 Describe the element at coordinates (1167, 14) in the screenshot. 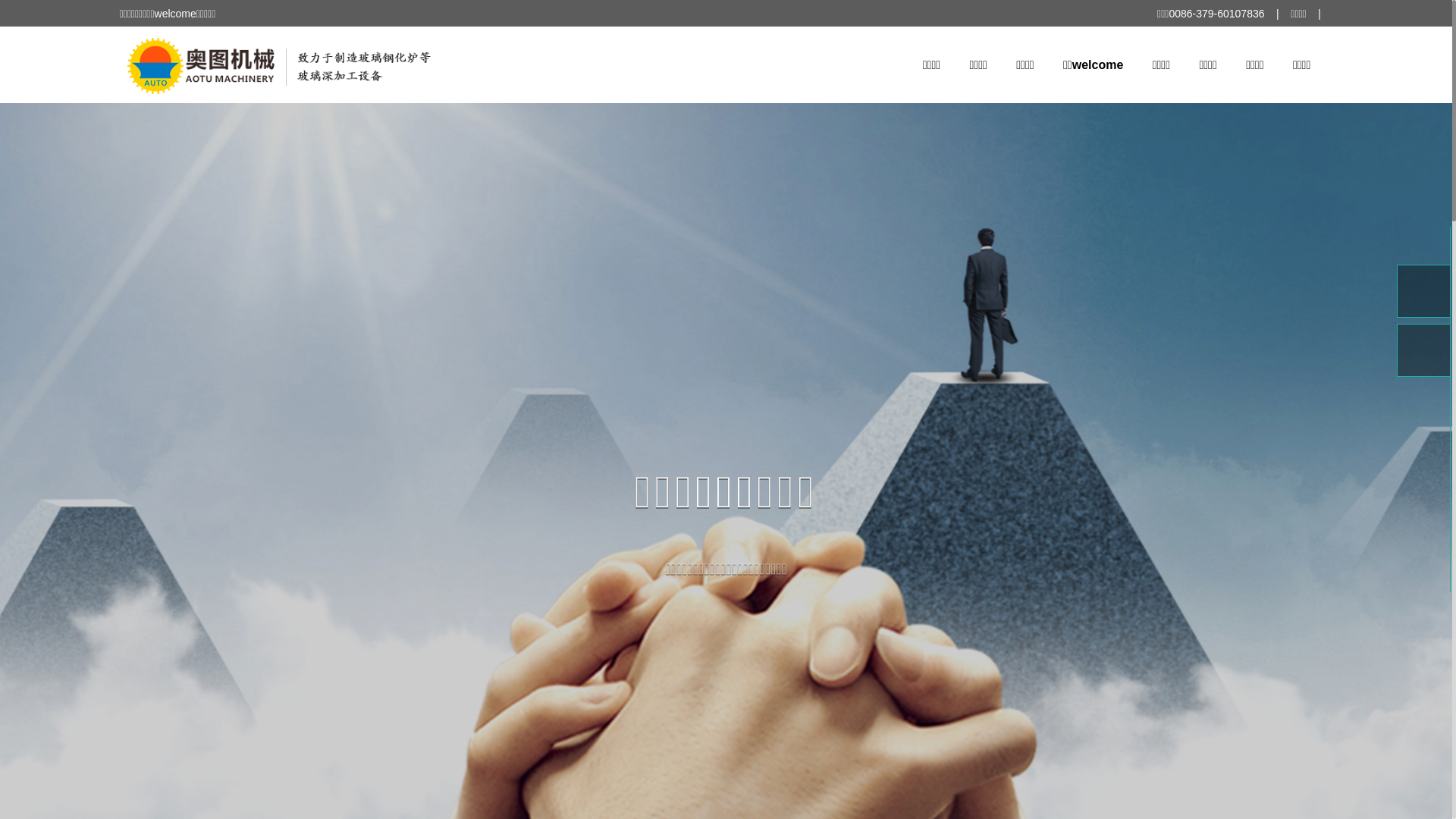

I see `'0086-379-60107836'` at that location.